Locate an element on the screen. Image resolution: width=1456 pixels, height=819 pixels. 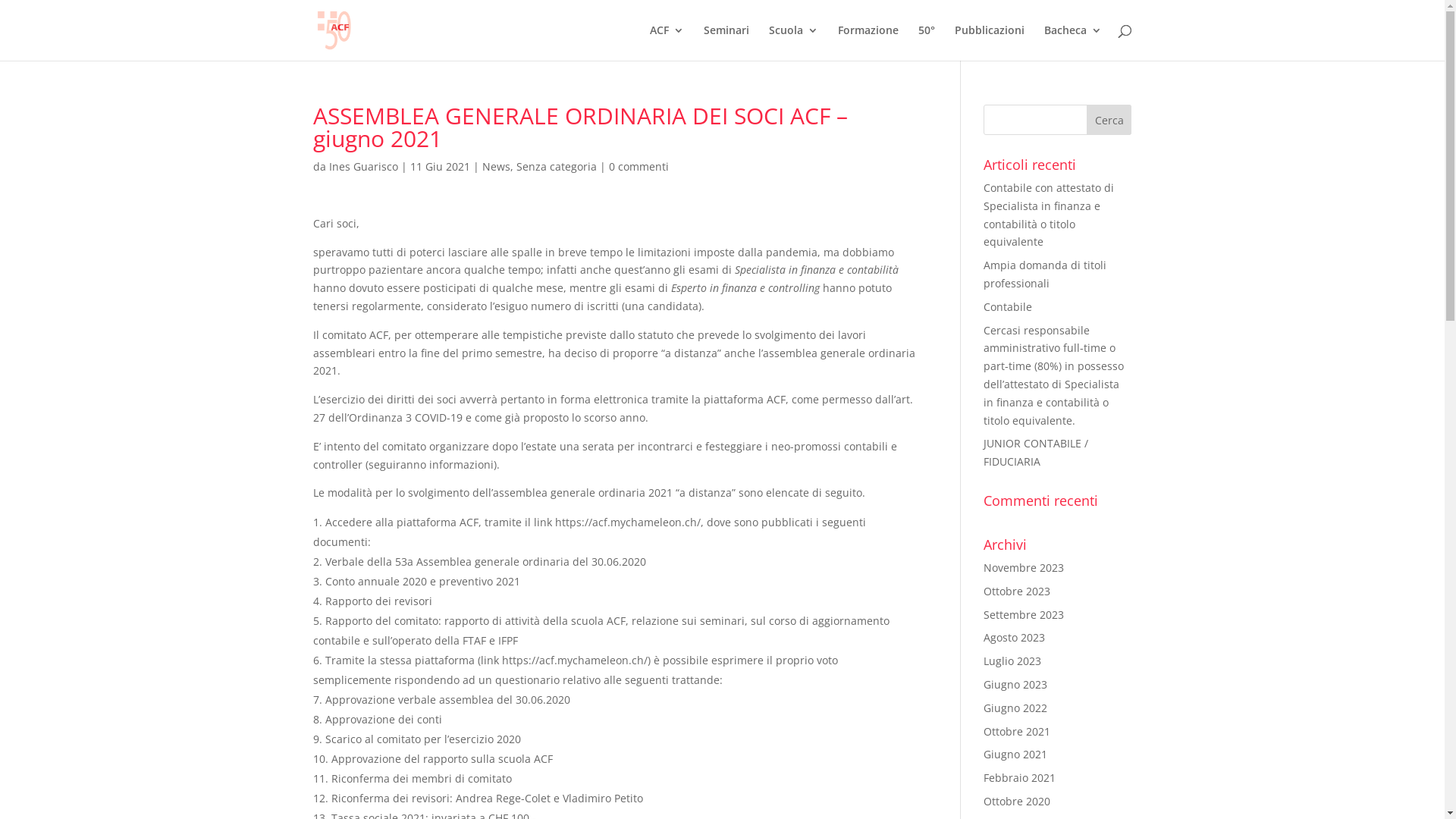
'Pubblicazioni' is located at coordinates (989, 42).